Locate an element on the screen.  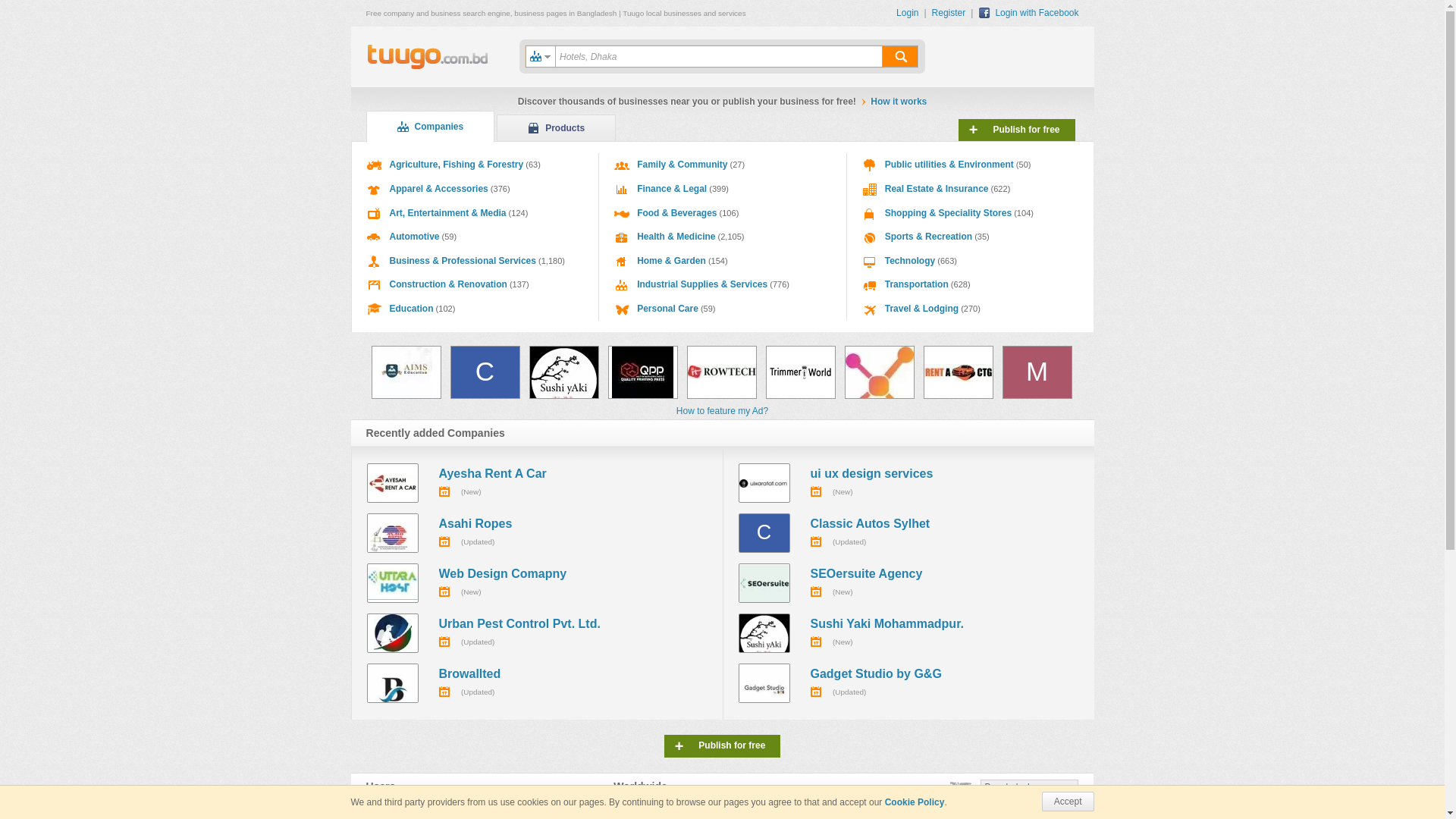
'www.tuugo.com.bd' is located at coordinates (426, 57).